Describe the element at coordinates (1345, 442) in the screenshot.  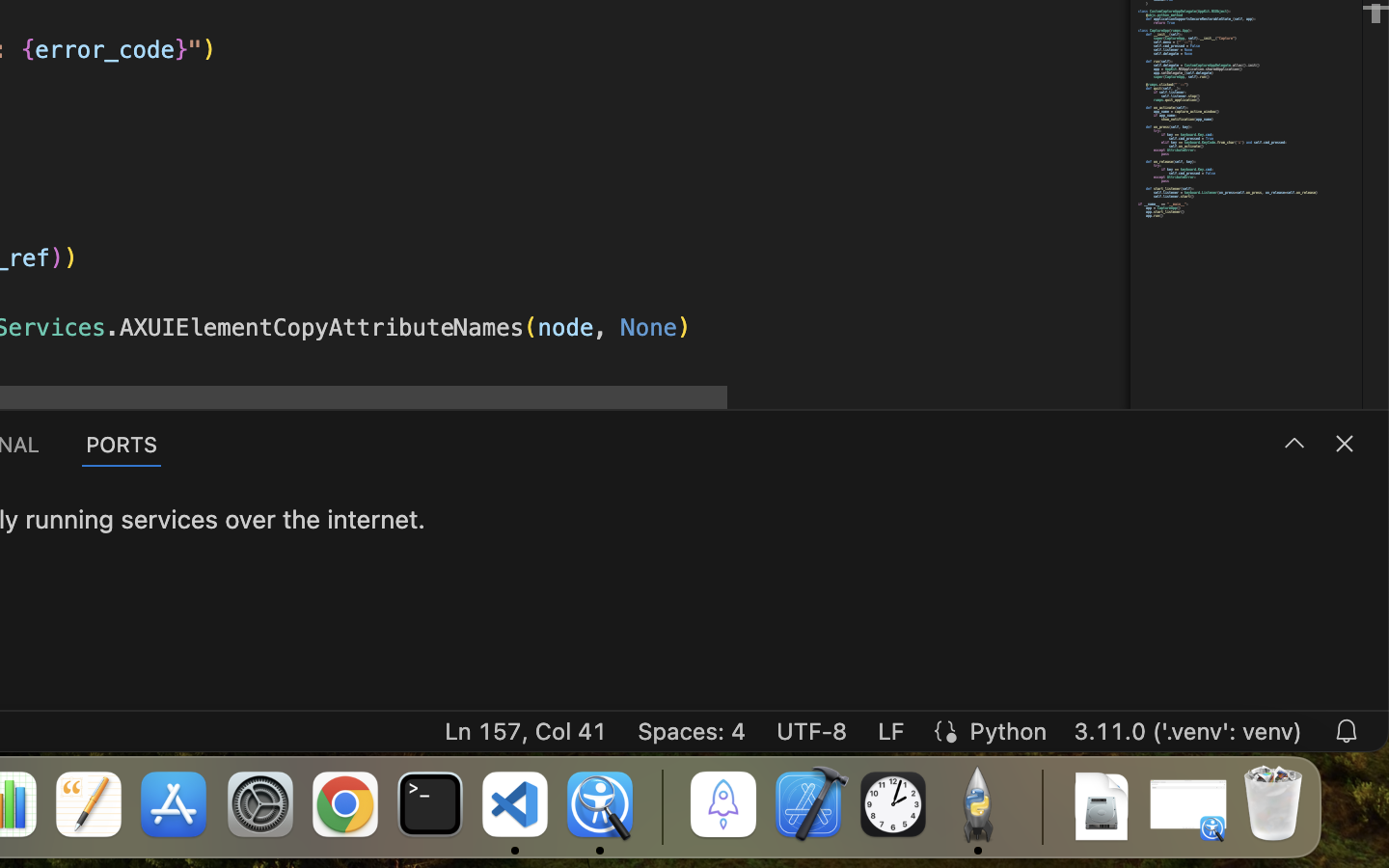
I see `''` at that location.